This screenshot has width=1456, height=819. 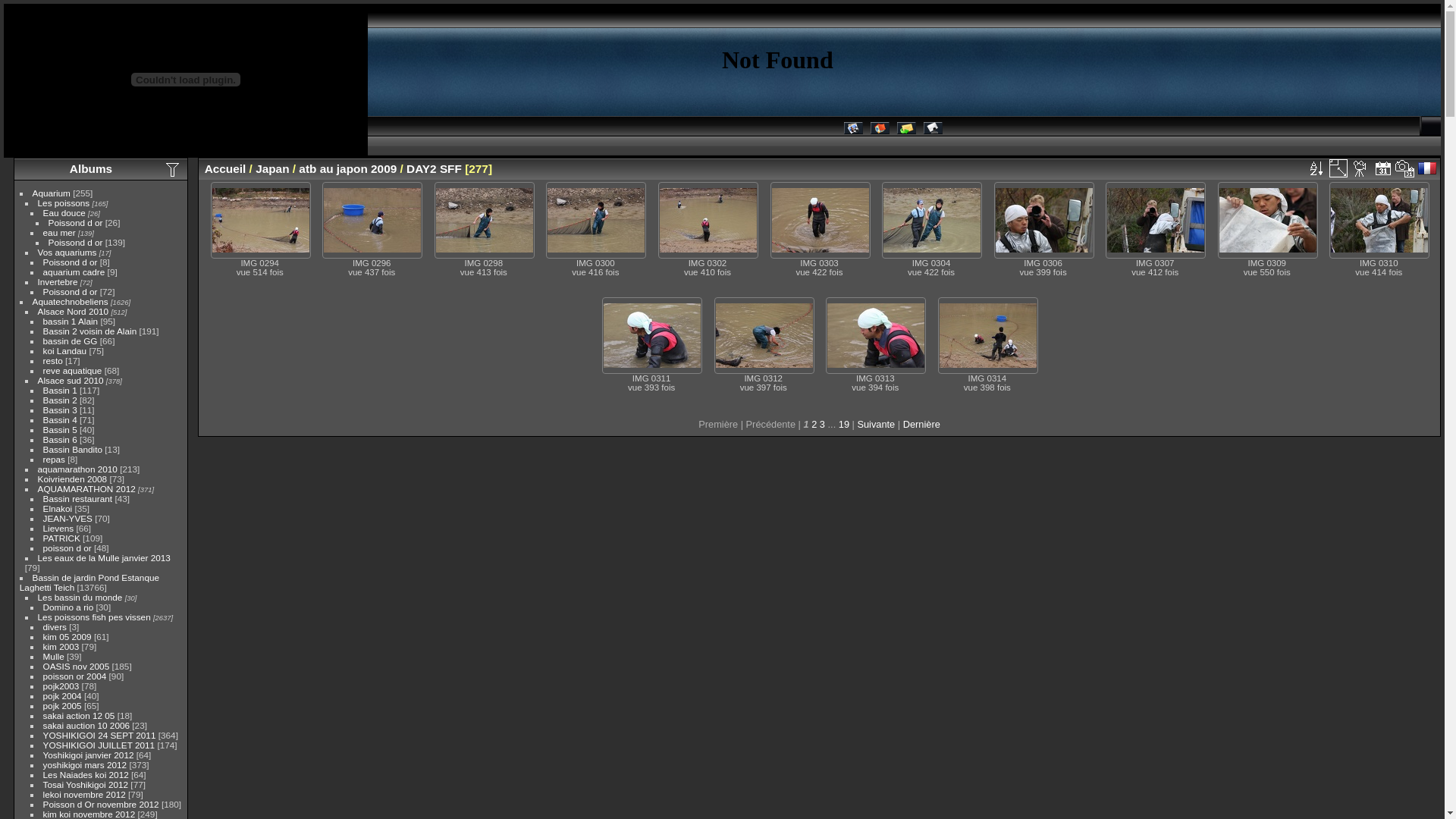 I want to click on 'Poissond d or', so click(x=69, y=291).